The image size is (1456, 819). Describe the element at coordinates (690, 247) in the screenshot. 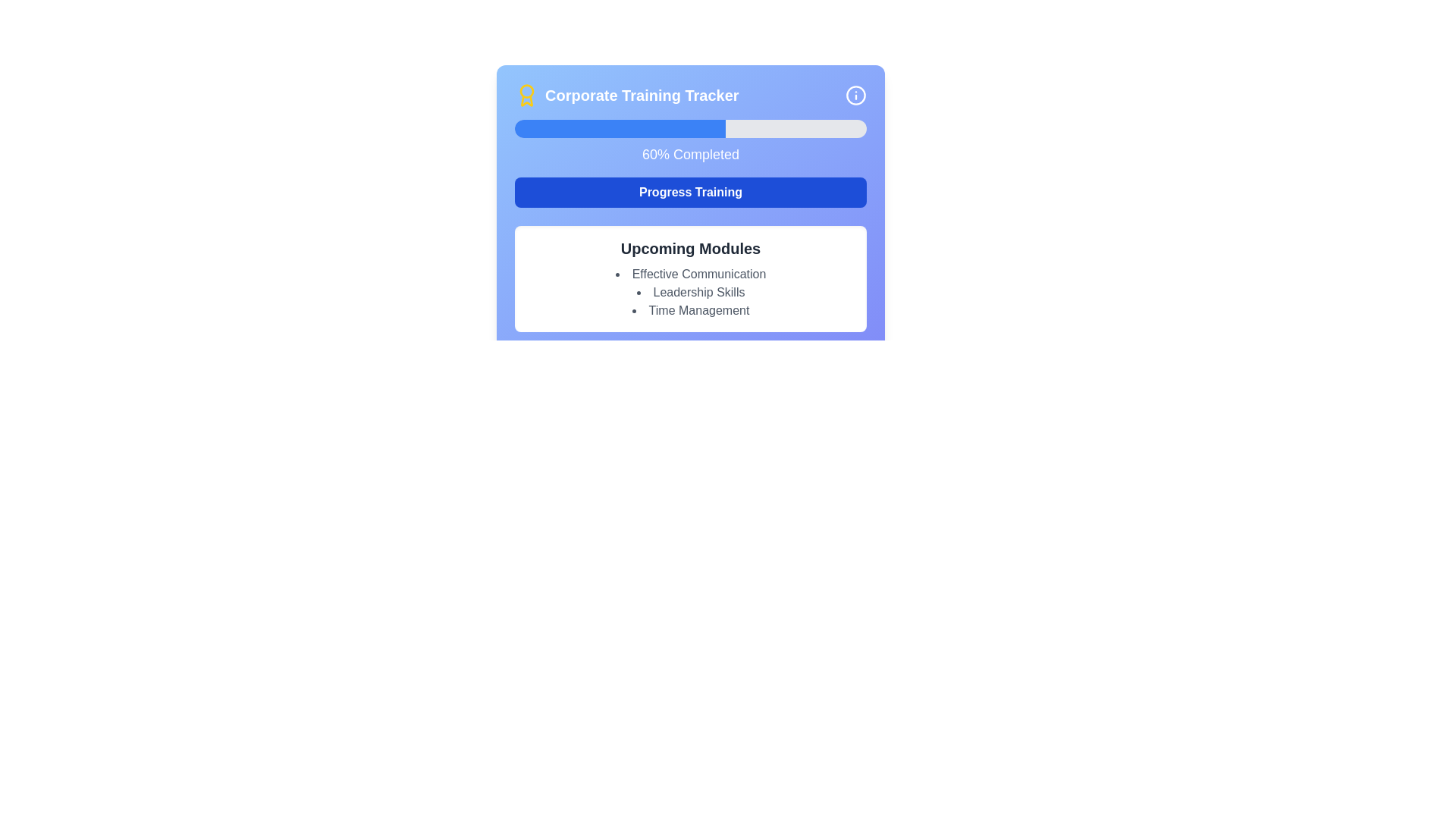

I see `the bold, large-sized text label saying 'Upcoming Modules' that is styled in dark gray and positioned as a title above a list of items` at that location.